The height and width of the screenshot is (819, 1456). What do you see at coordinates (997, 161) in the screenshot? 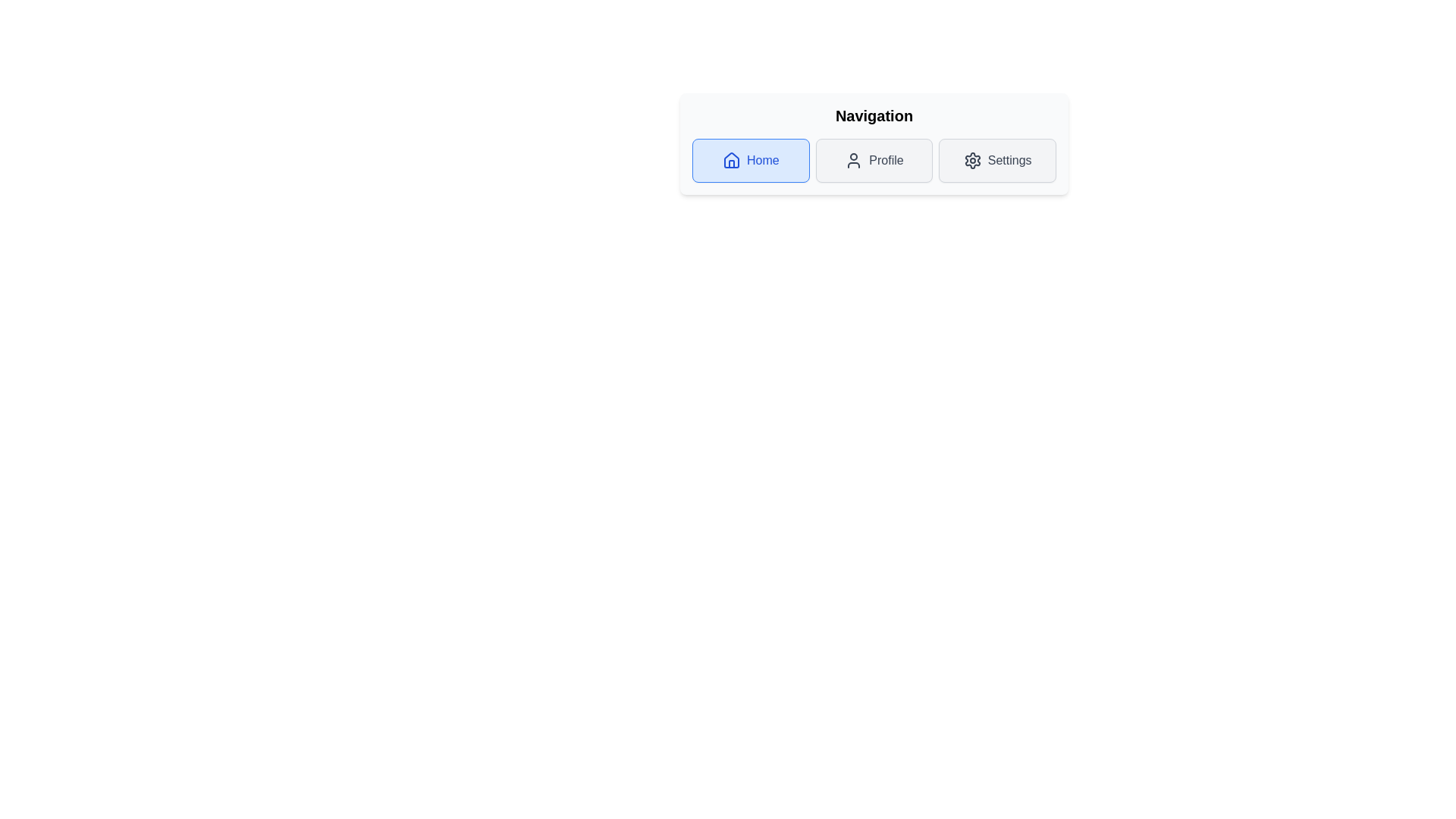
I see `the Settings button in the navigation bar` at bounding box center [997, 161].